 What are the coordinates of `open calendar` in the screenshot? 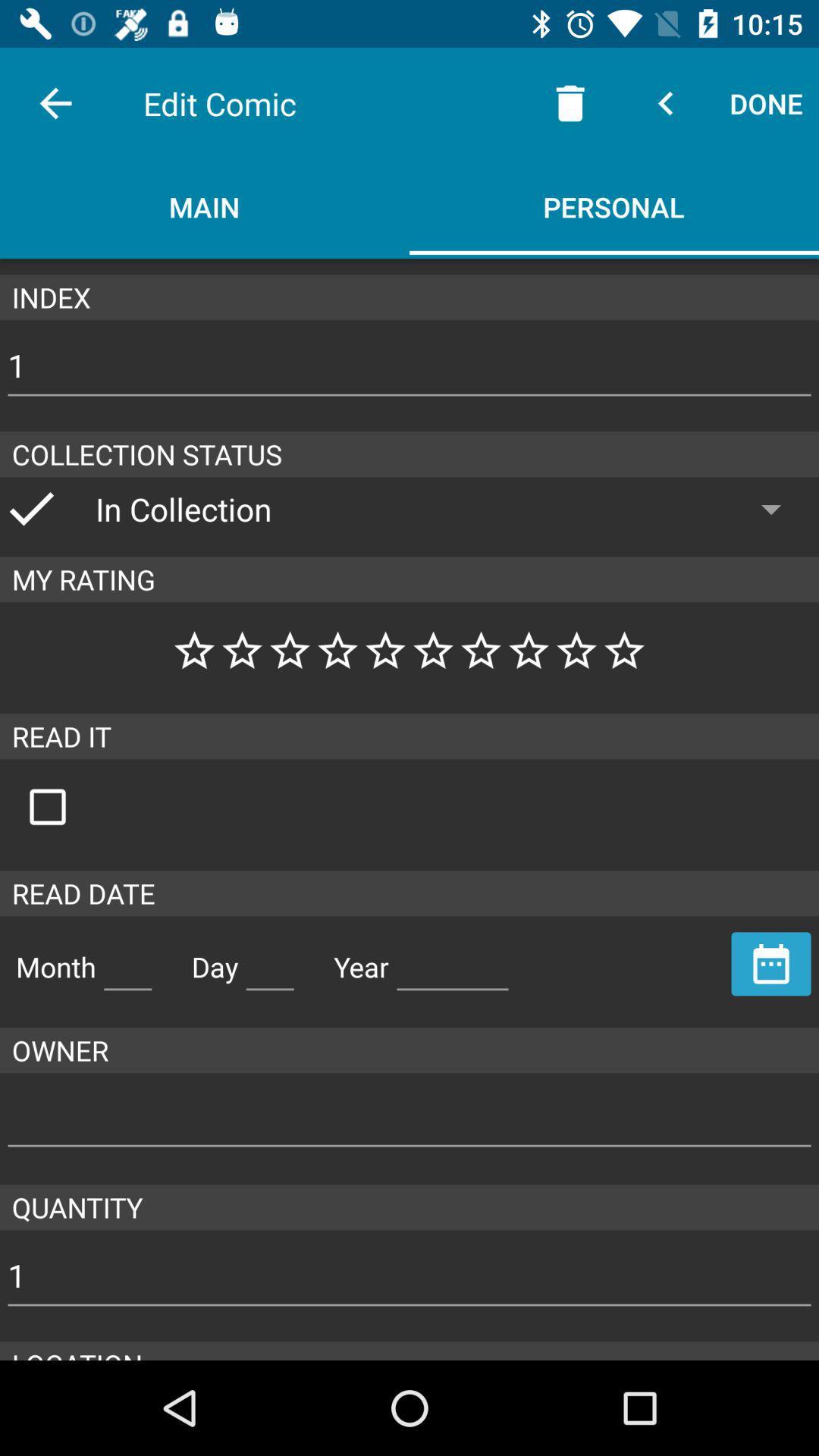 It's located at (771, 963).